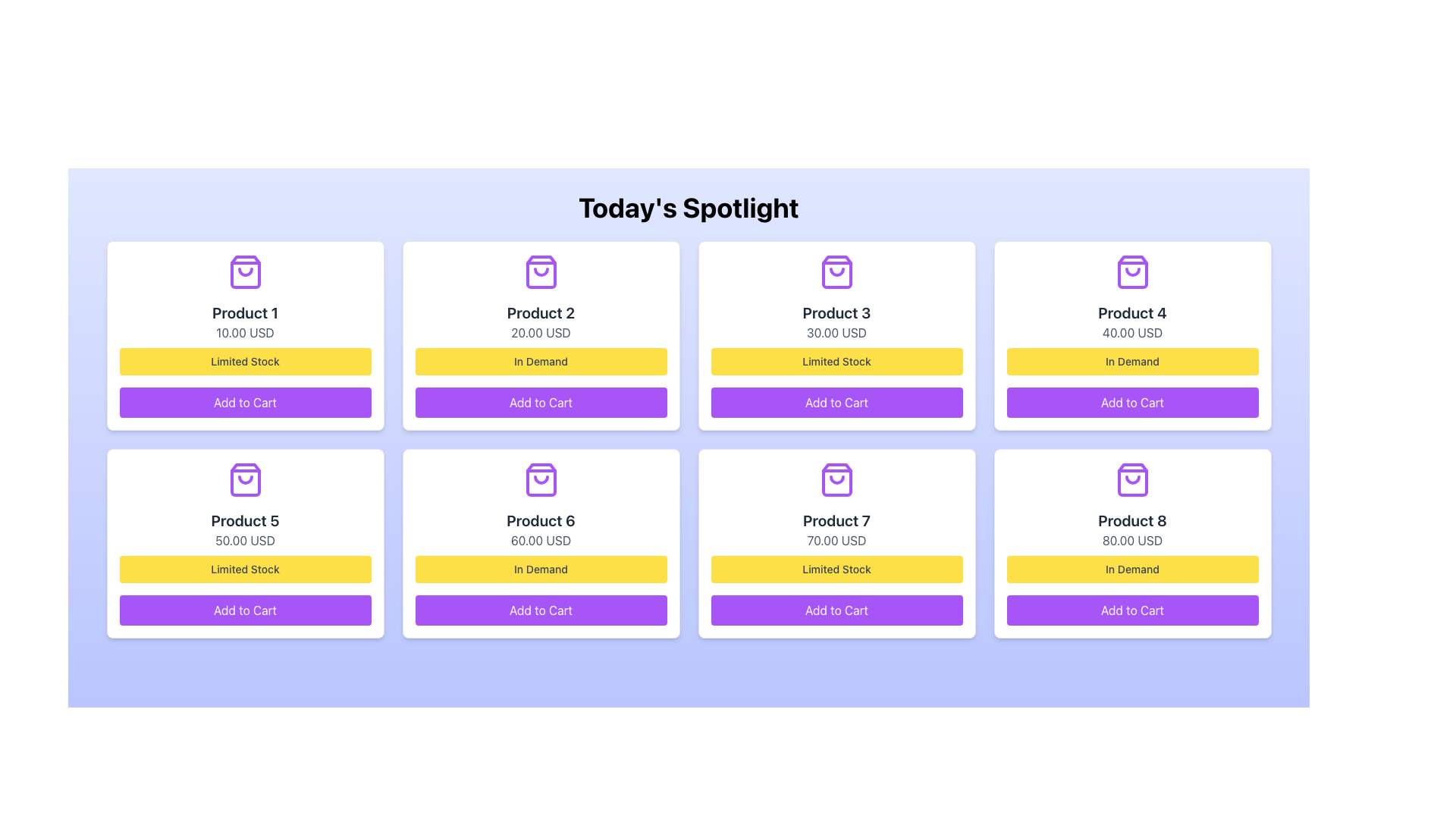  Describe the element at coordinates (245, 402) in the screenshot. I see `the 'Add to Cart' button located at the bottom of the 'Product 1' card, below the 'Limited Stock' badge, to initiate the add-to-cart action` at that location.